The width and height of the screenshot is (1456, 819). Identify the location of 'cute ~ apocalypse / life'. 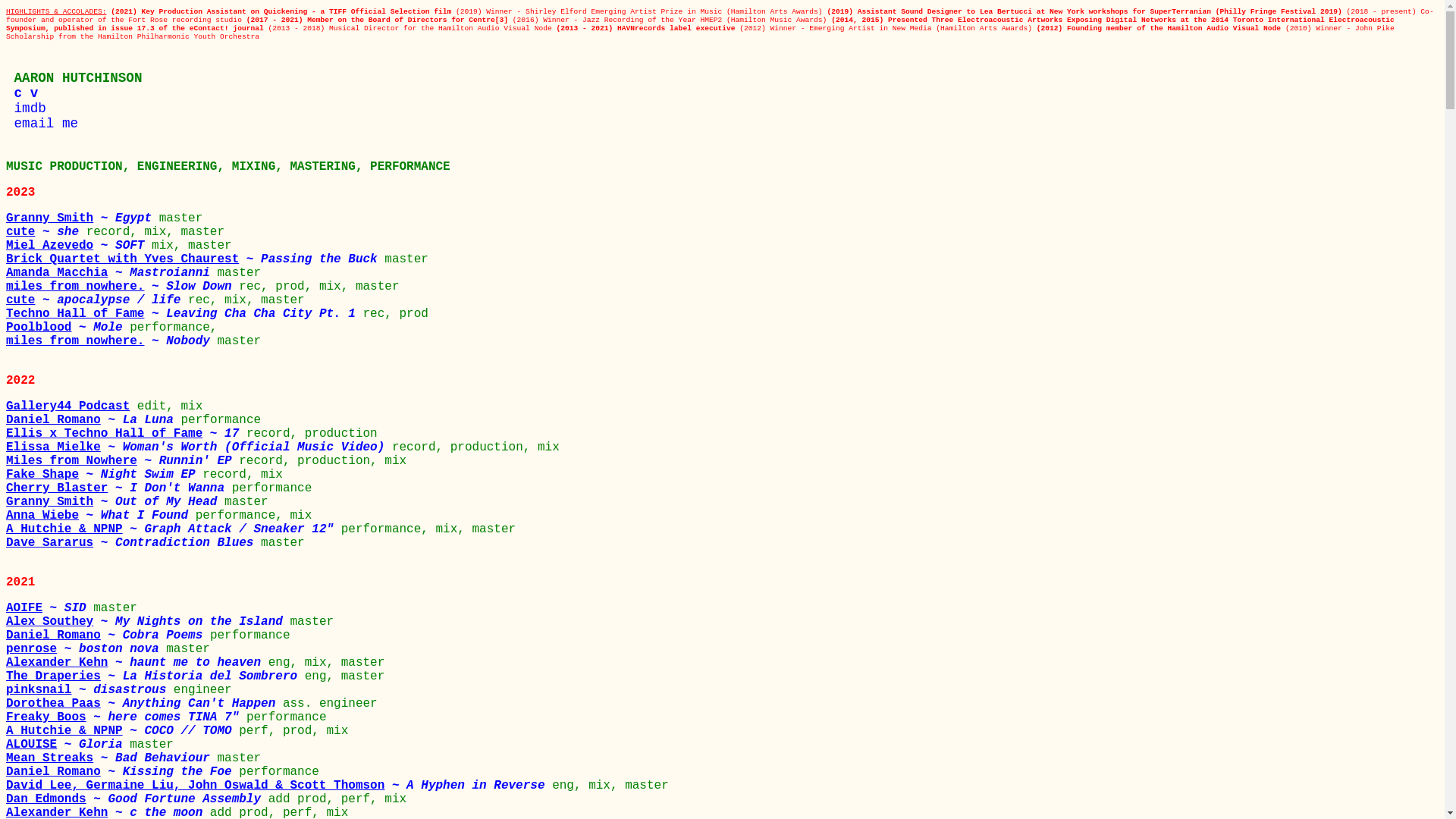
(6, 300).